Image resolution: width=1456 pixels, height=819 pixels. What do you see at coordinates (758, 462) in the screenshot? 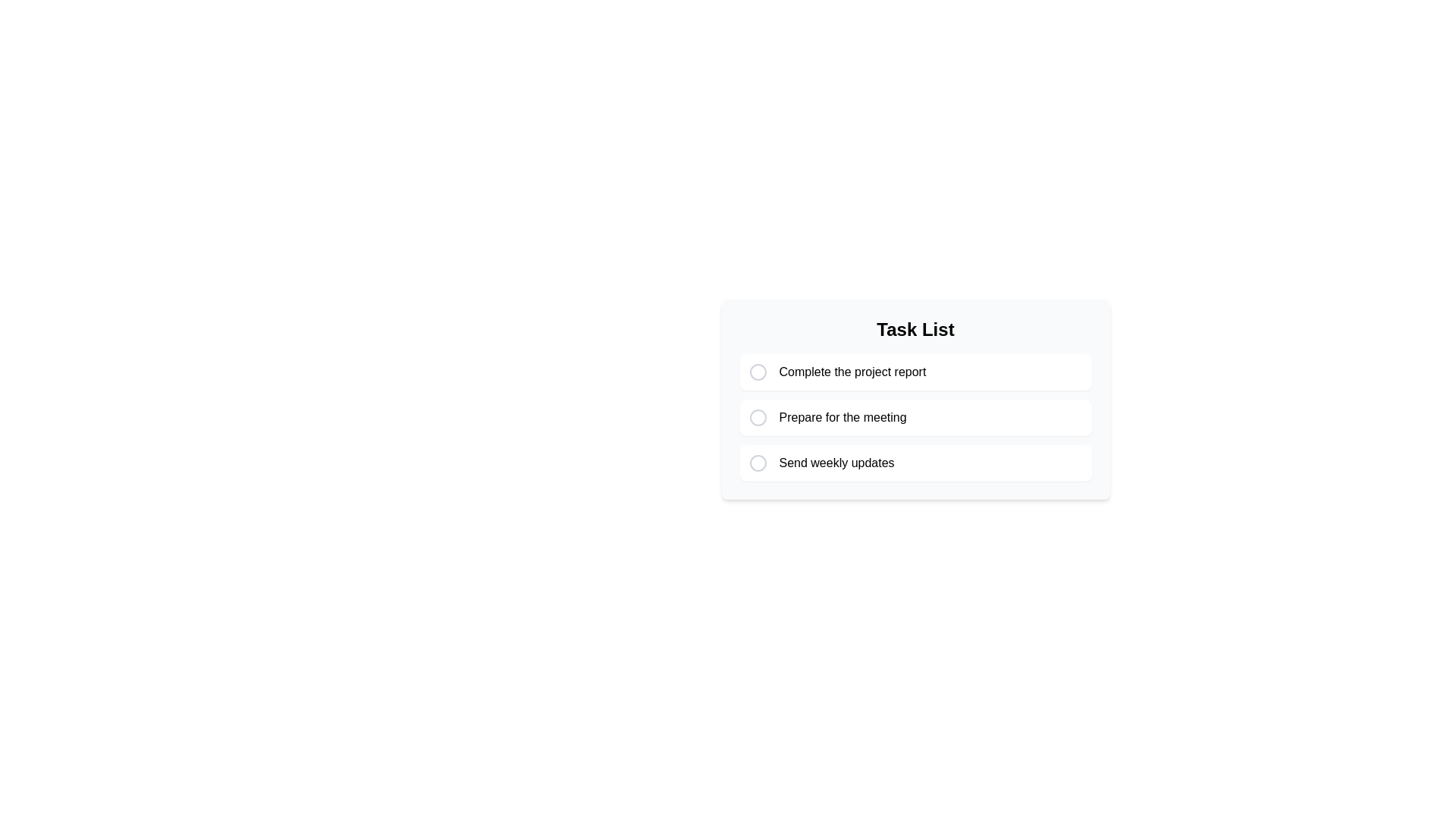
I see `the SVG circle representing the checkbox for the task item labeled 'Send weekly updates'` at bounding box center [758, 462].